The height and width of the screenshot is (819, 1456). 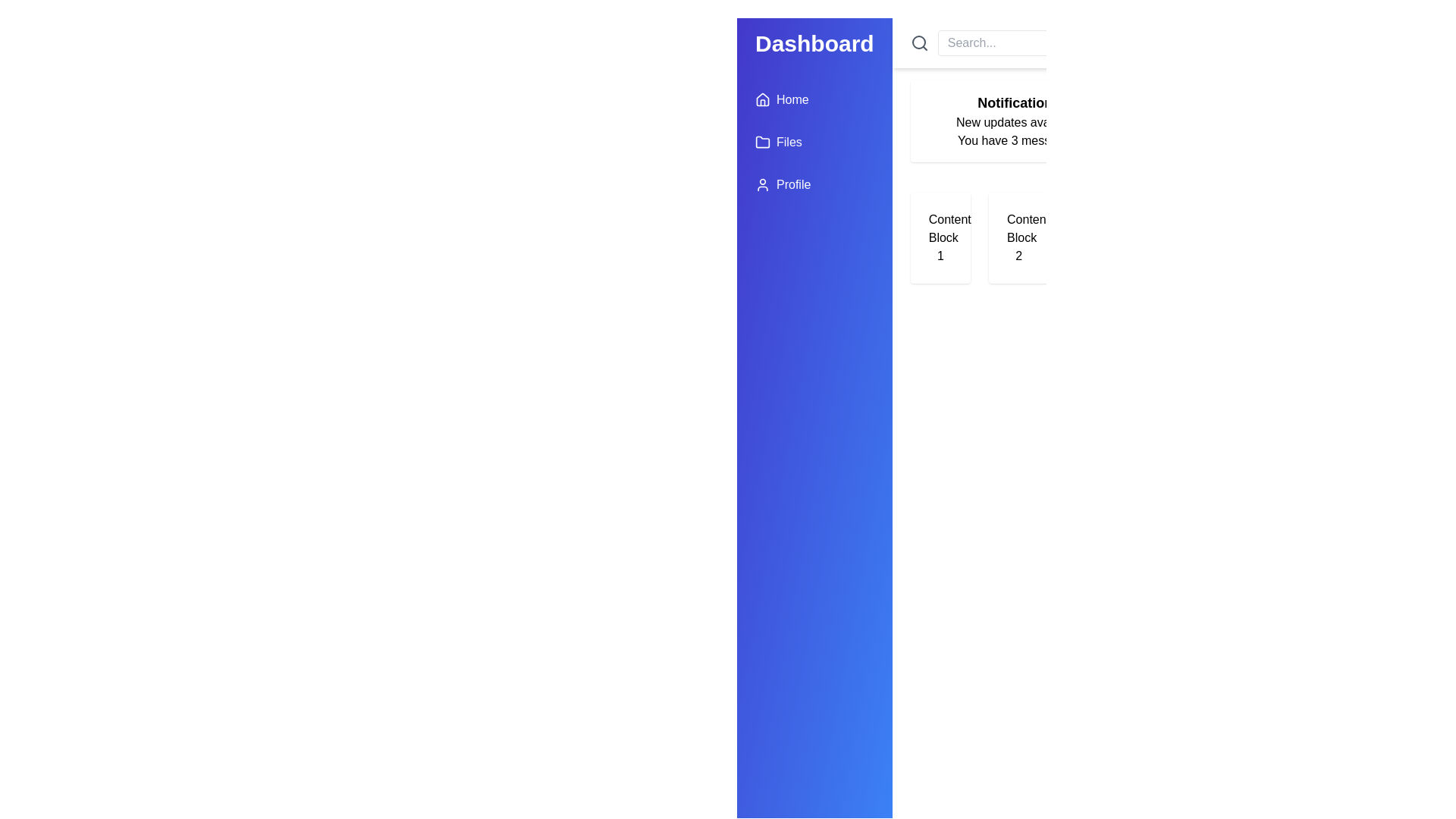 I want to click on the grid containing three content boxes, each styled as white, padded, rounded rectangles with centered text stating 'Content Block 1', 'Content Block 2', and 'Content Block 3', so click(x=1018, y=237).